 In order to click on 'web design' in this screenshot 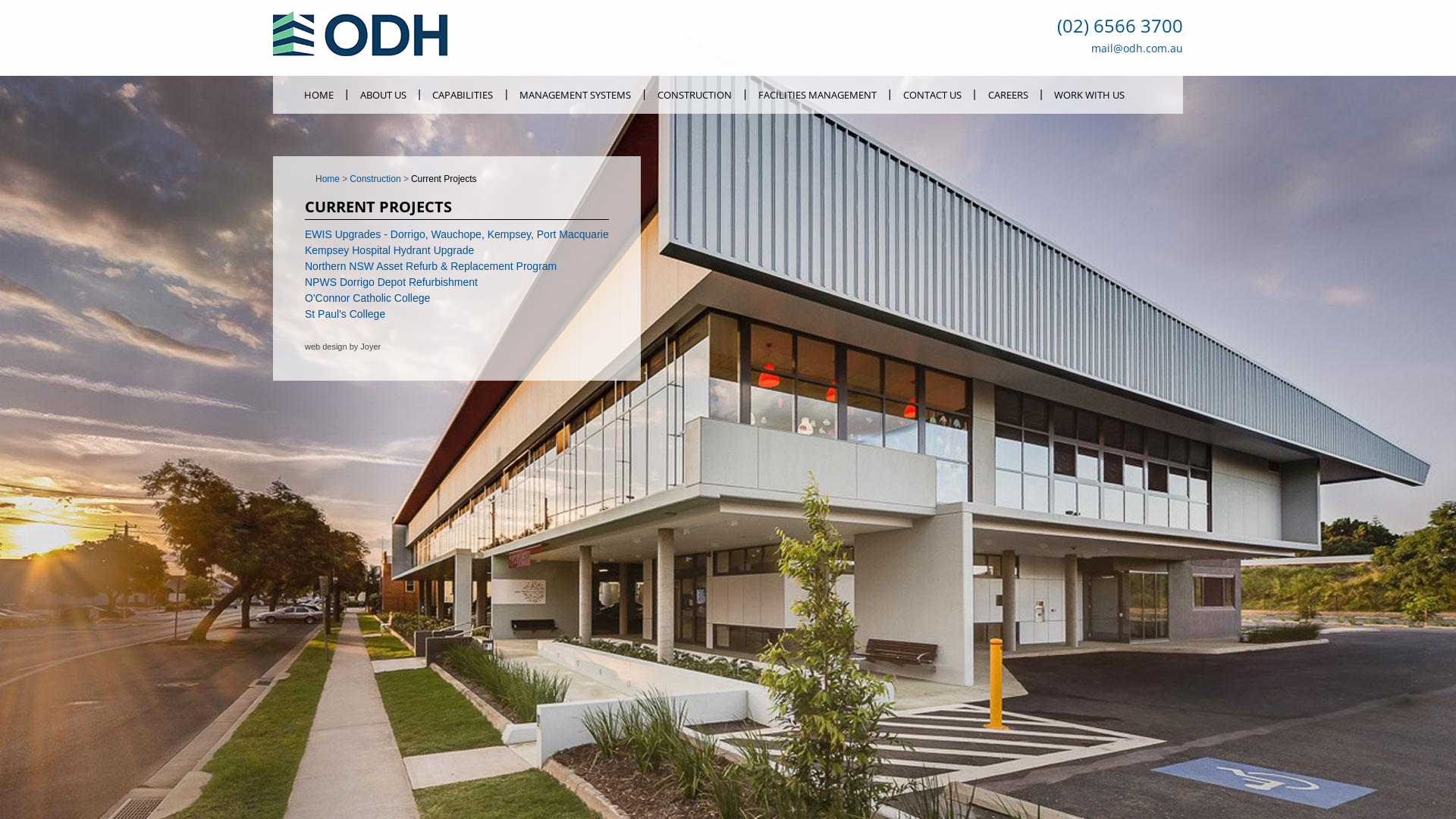, I will do `click(325, 346)`.